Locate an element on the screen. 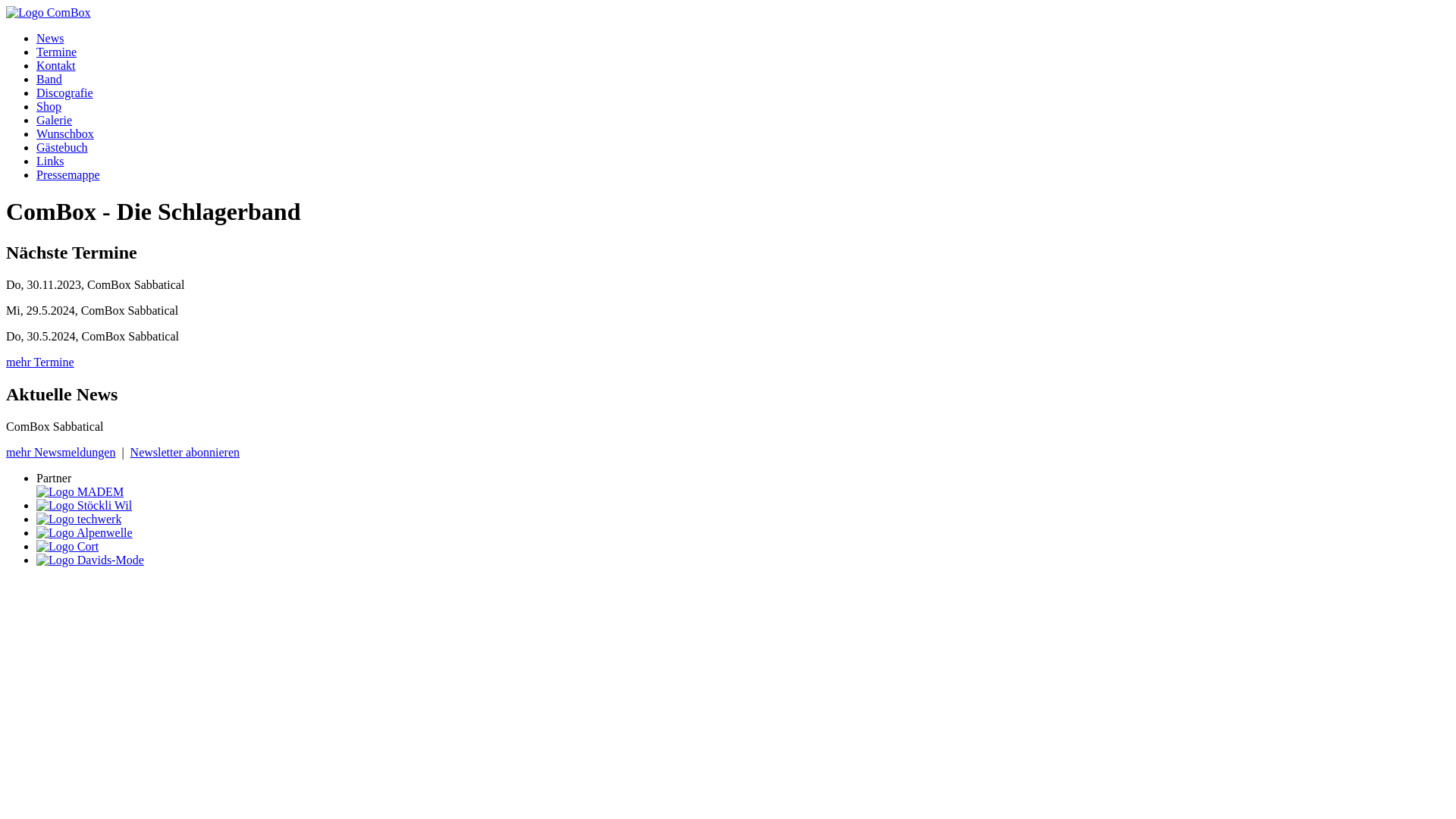  'mehr Newsmeldungen' is located at coordinates (61, 451).